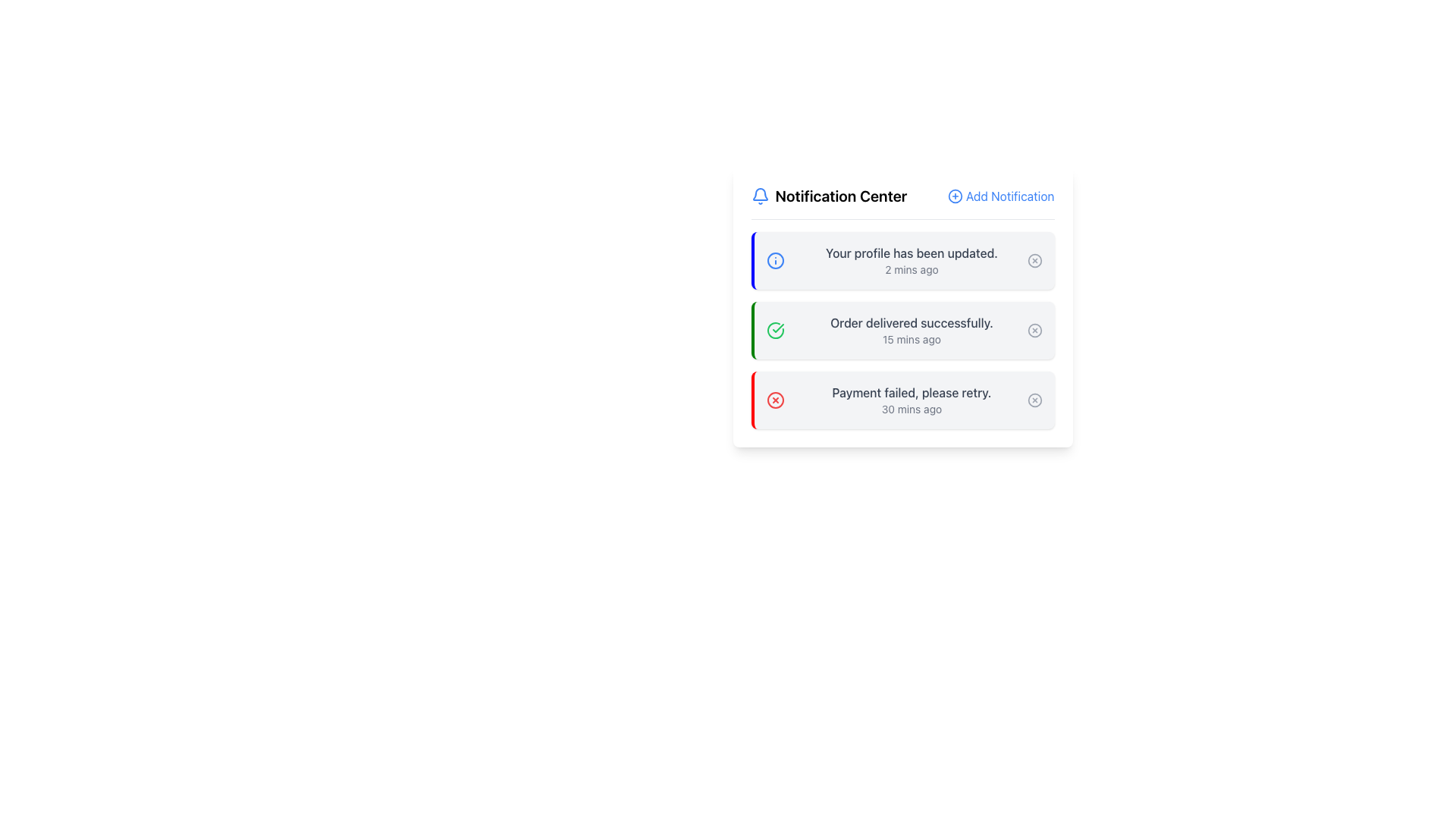 The height and width of the screenshot is (819, 1456). What do you see at coordinates (911, 329) in the screenshot?
I see `text content of the notification panel's middle item that informs the user about the successful delivery of an order` at bounding box center [911, 329].